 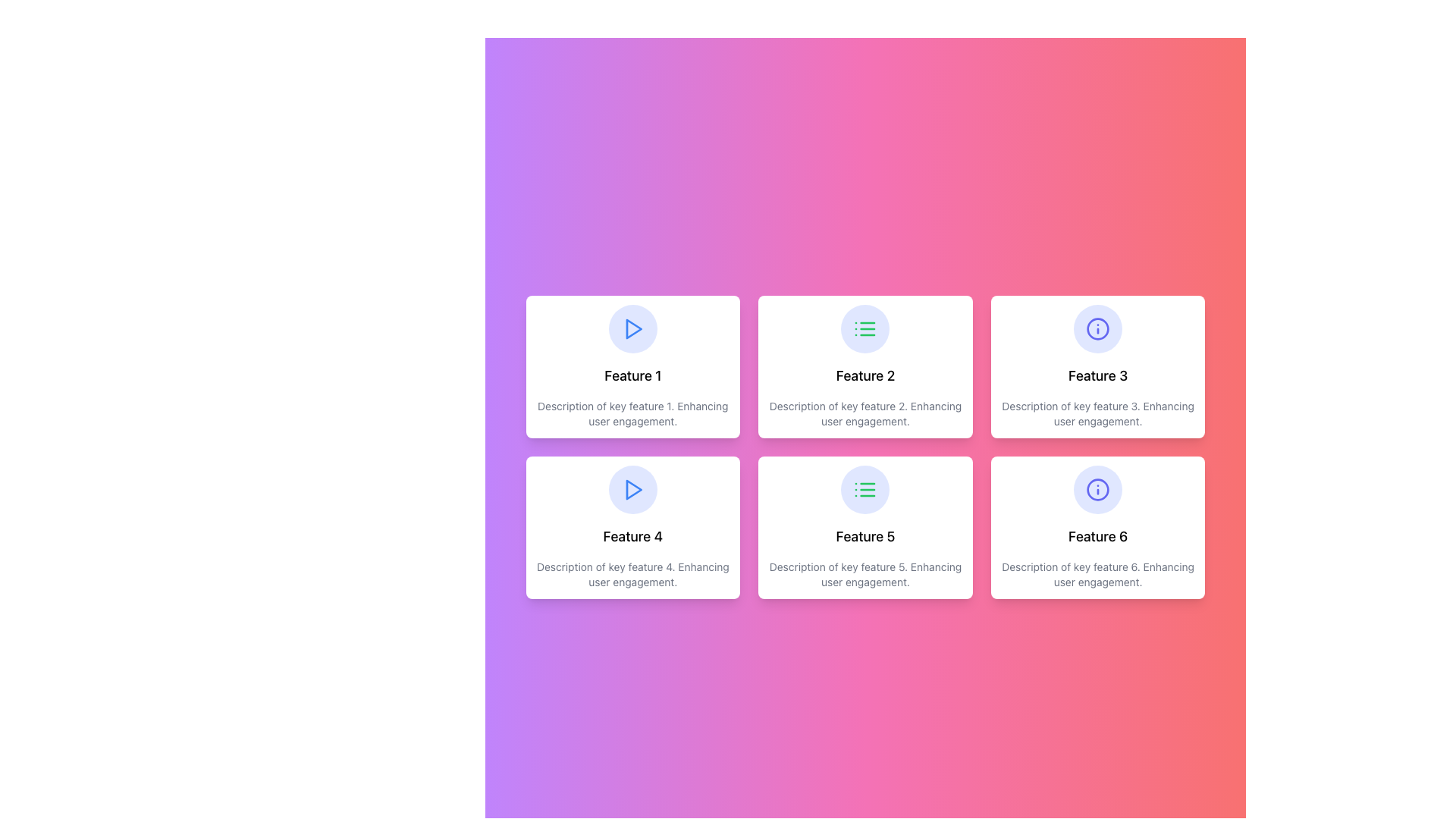 What do you see at coordinates (1098, 328) in the screenshot?
I see `the informational icon located within the 'Feature 3' card in the top row of the grid layout` at bounding box center [1098, 328].